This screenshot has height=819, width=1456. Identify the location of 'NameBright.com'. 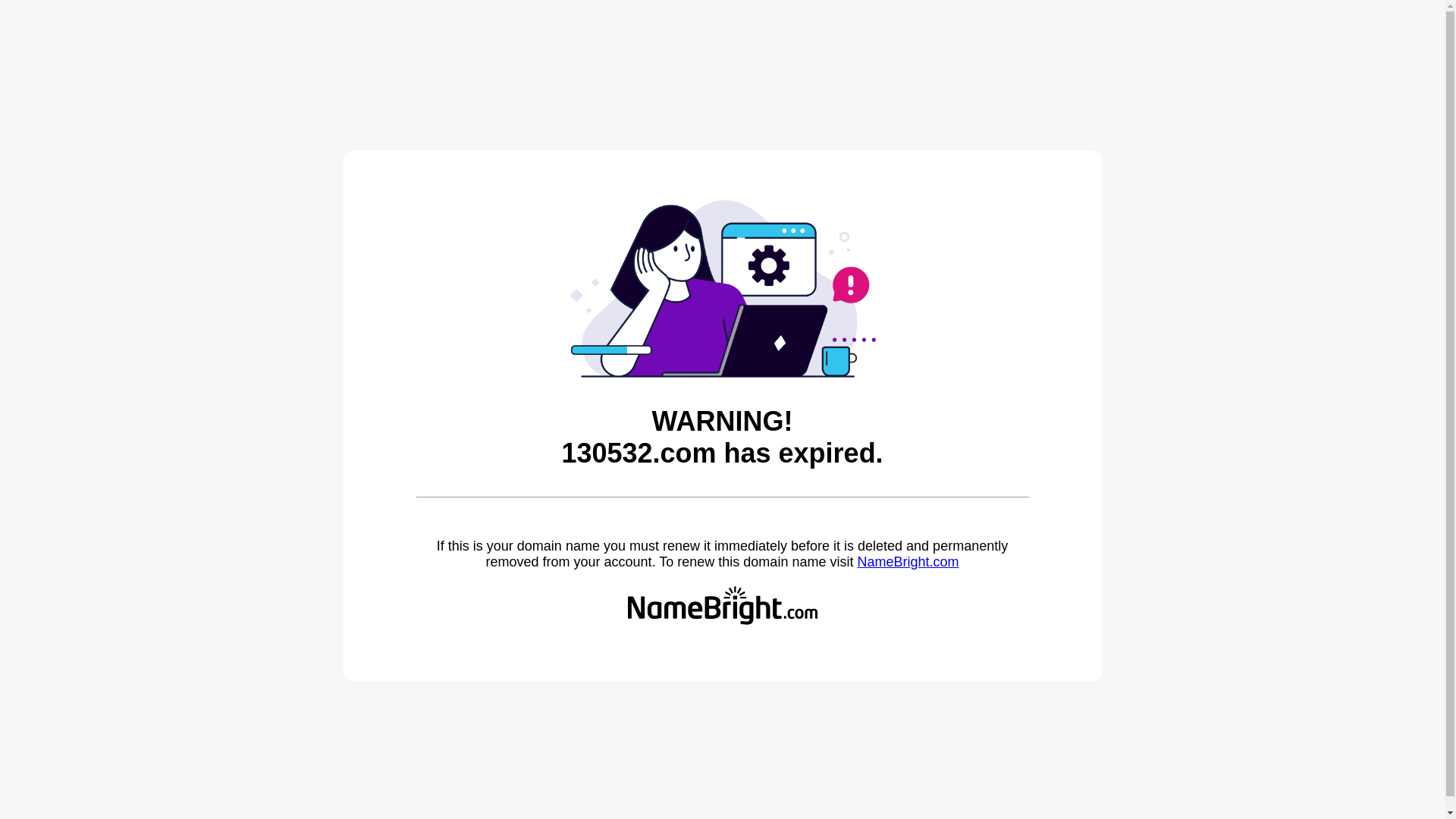
(907, 561).